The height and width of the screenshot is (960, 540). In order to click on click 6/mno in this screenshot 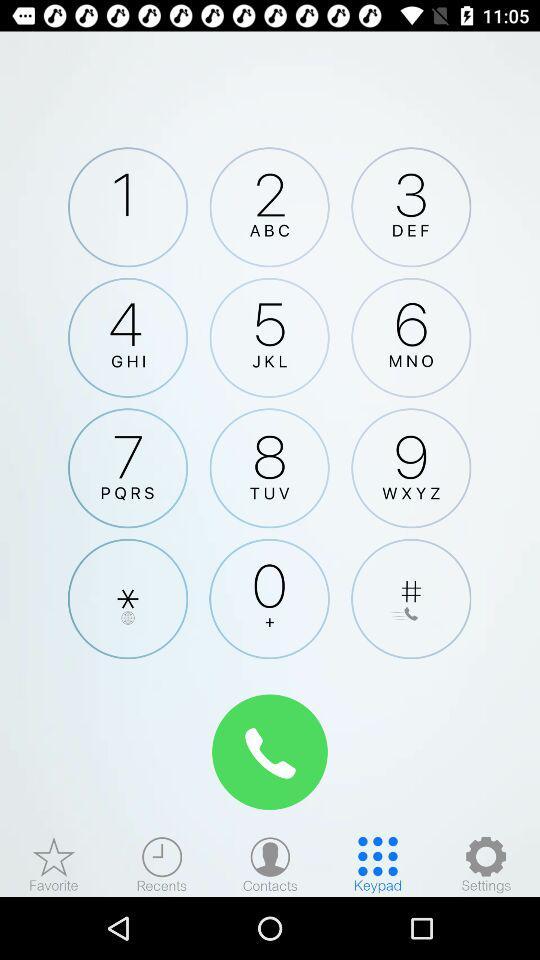, I will do `click(410, 337)`.